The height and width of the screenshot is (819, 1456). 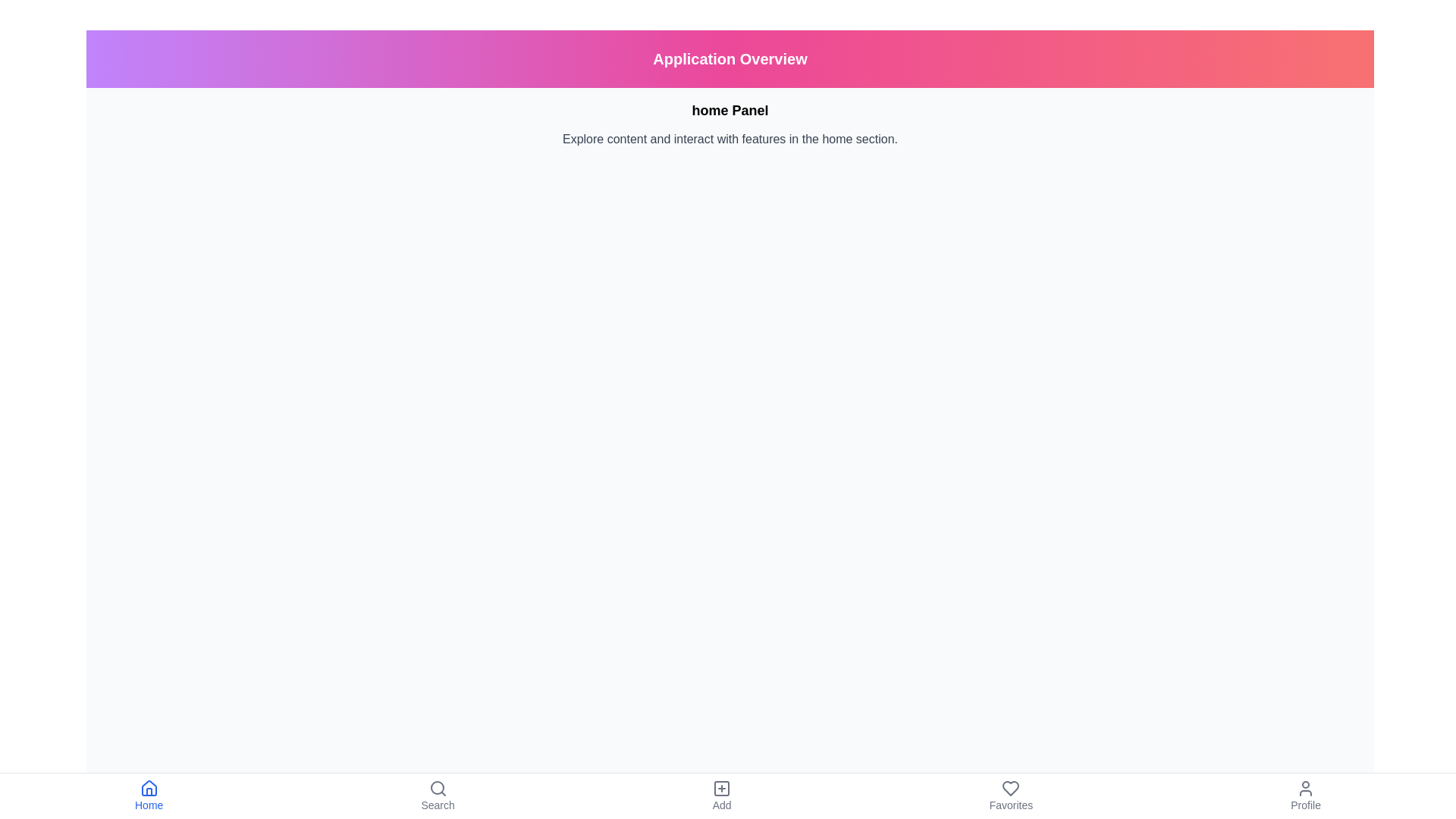 I want to click on the header section of the component, so click(x=730, y=58).